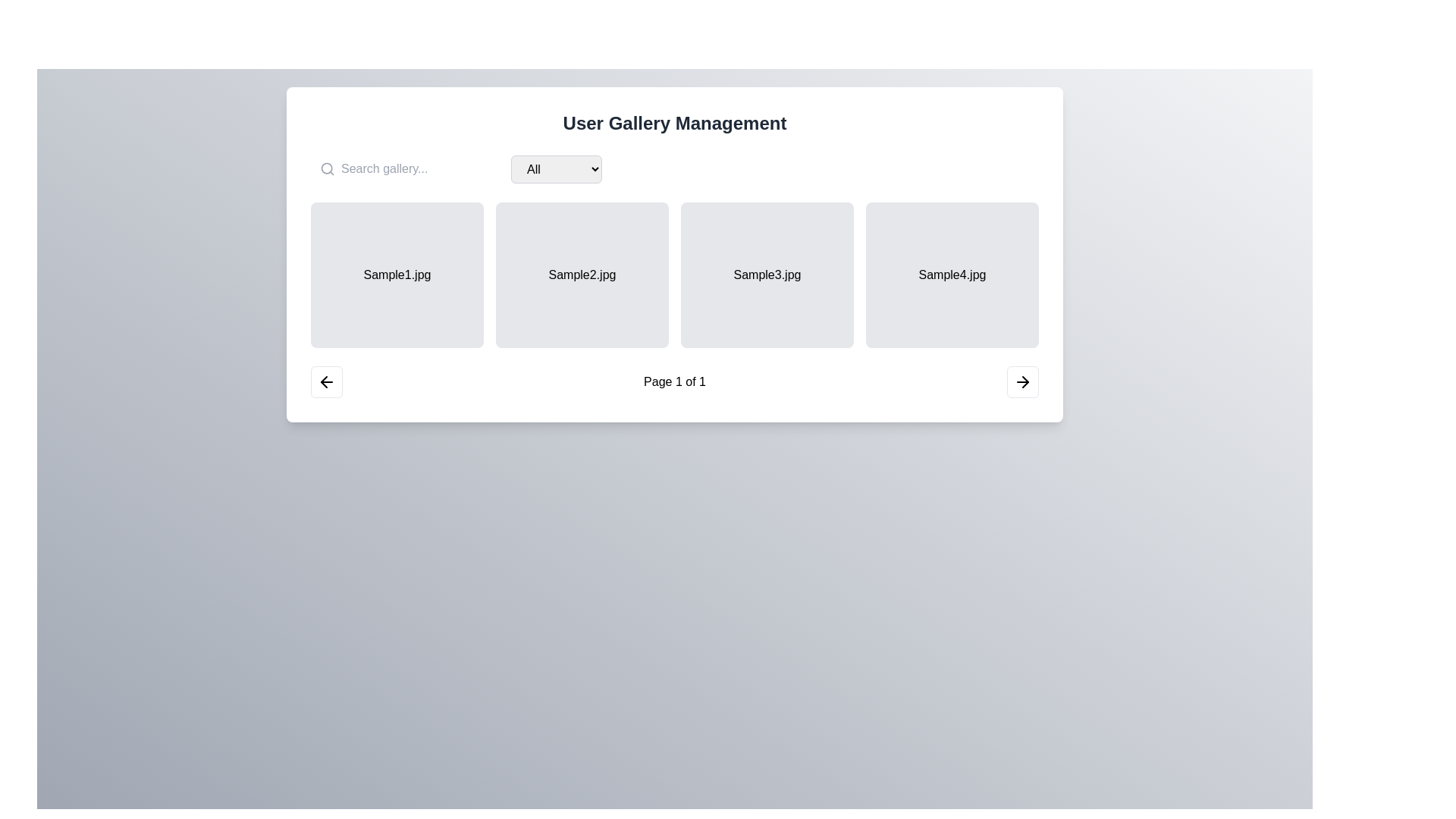  What do you see at coordinates (326, 381) in the screenshot?
I see `the left-arrow icon with a bold outline located in the bottom-left corner of the gallery pagination interface for additional interaction effects` at bounding box center [326, 381].